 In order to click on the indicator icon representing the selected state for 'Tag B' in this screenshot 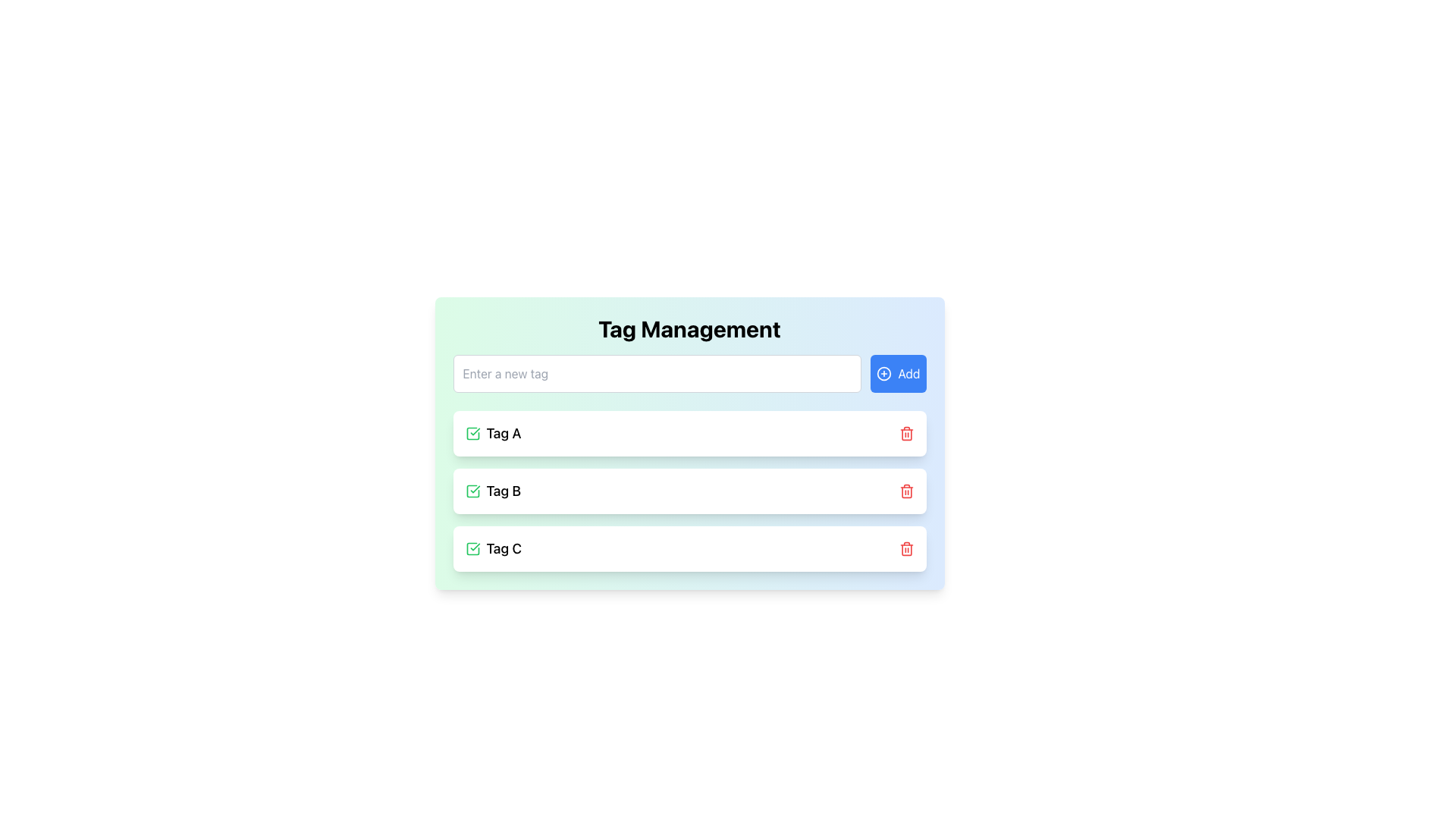, I will do `click(472, 491)`.